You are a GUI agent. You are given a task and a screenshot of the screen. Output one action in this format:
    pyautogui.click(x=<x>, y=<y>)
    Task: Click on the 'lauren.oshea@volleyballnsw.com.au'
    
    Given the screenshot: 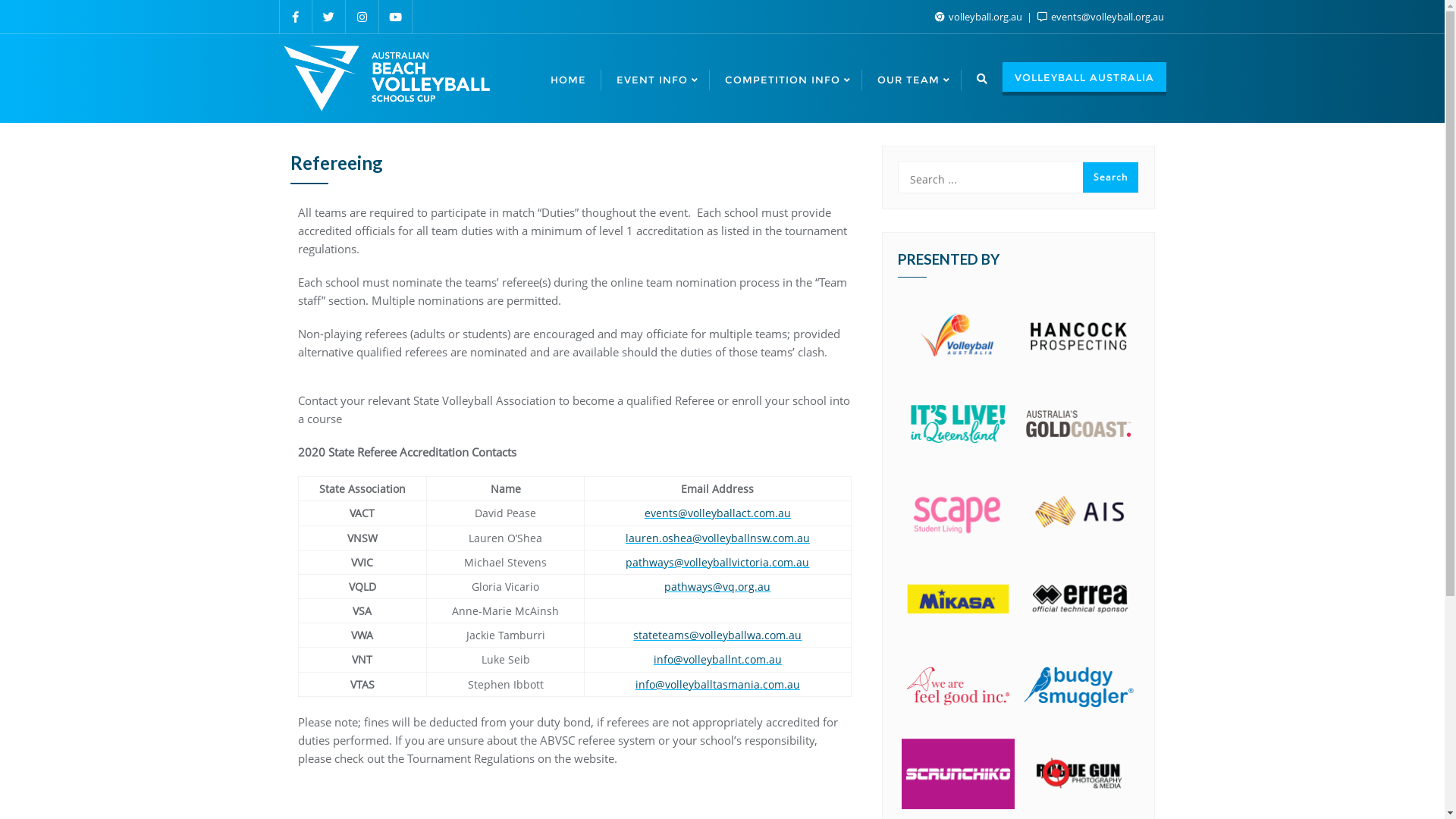 What is the action you would take?
    pyautogui.click(x=717, y=537)
    